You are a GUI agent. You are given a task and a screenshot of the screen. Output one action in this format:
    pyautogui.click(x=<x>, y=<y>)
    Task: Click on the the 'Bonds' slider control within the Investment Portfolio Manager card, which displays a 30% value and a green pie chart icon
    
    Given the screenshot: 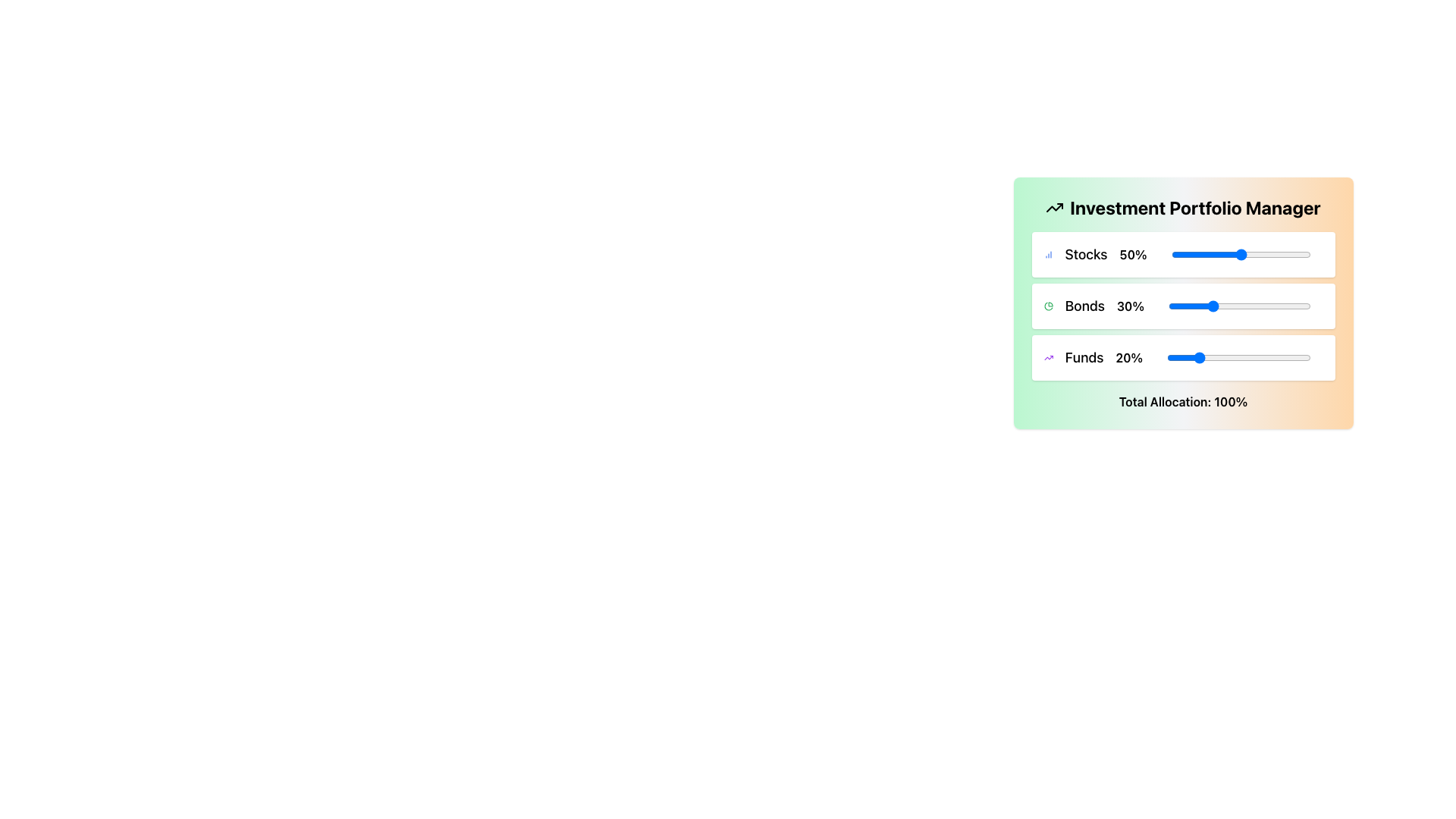 What is the action you would take?
    pyautogui.click(x=1182, y=306)
    